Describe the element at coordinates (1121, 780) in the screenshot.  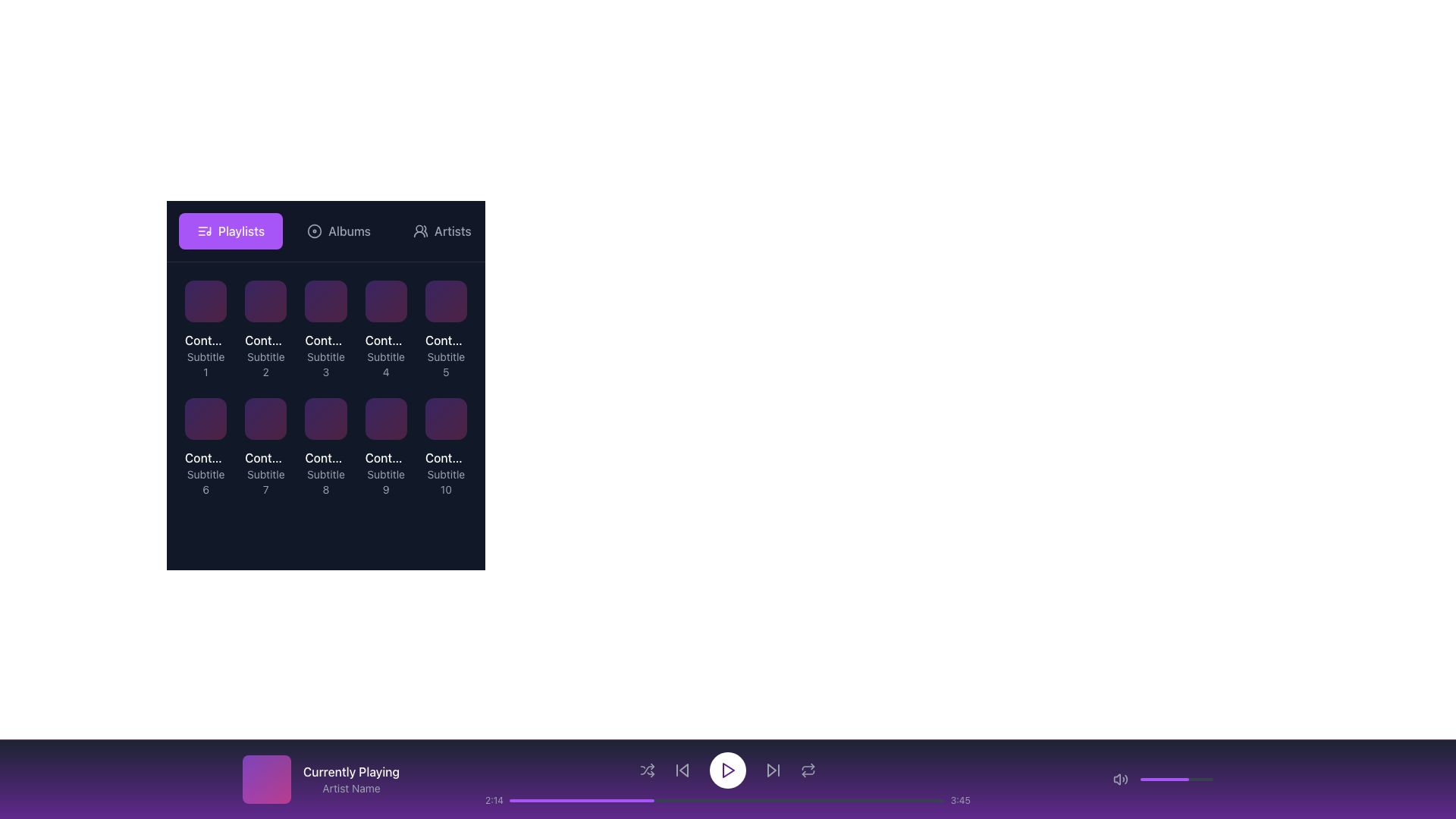
I see `the speaker icon button located in the bottom right corner of the interface to mute or unmute audio` at that location.